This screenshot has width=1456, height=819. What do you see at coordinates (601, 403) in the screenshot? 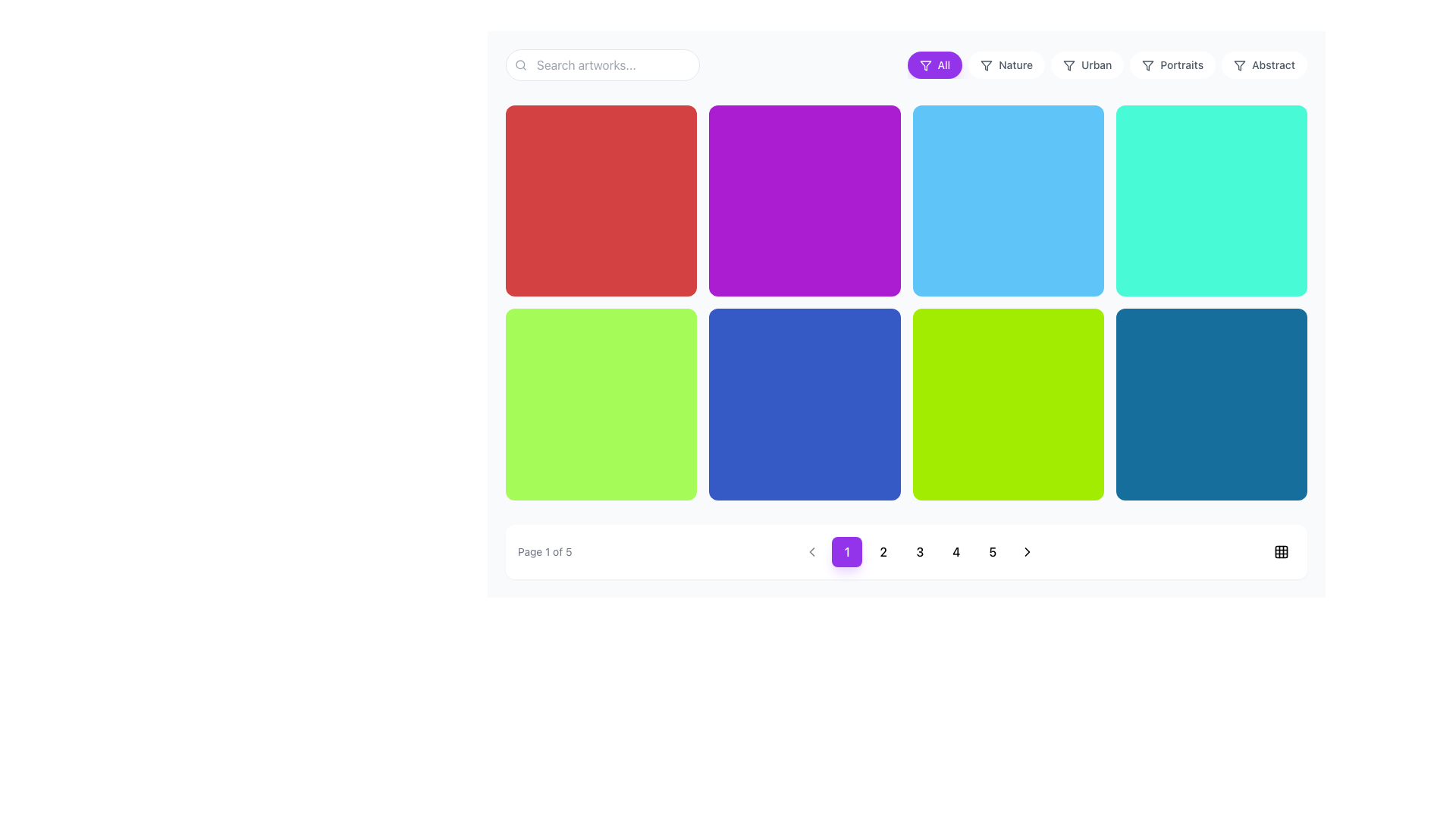
I see `the interactive visual tile with a bright green background, rounded corners, and textual information in the second row, first column of the grid layout` at bounding box center [601, 403].